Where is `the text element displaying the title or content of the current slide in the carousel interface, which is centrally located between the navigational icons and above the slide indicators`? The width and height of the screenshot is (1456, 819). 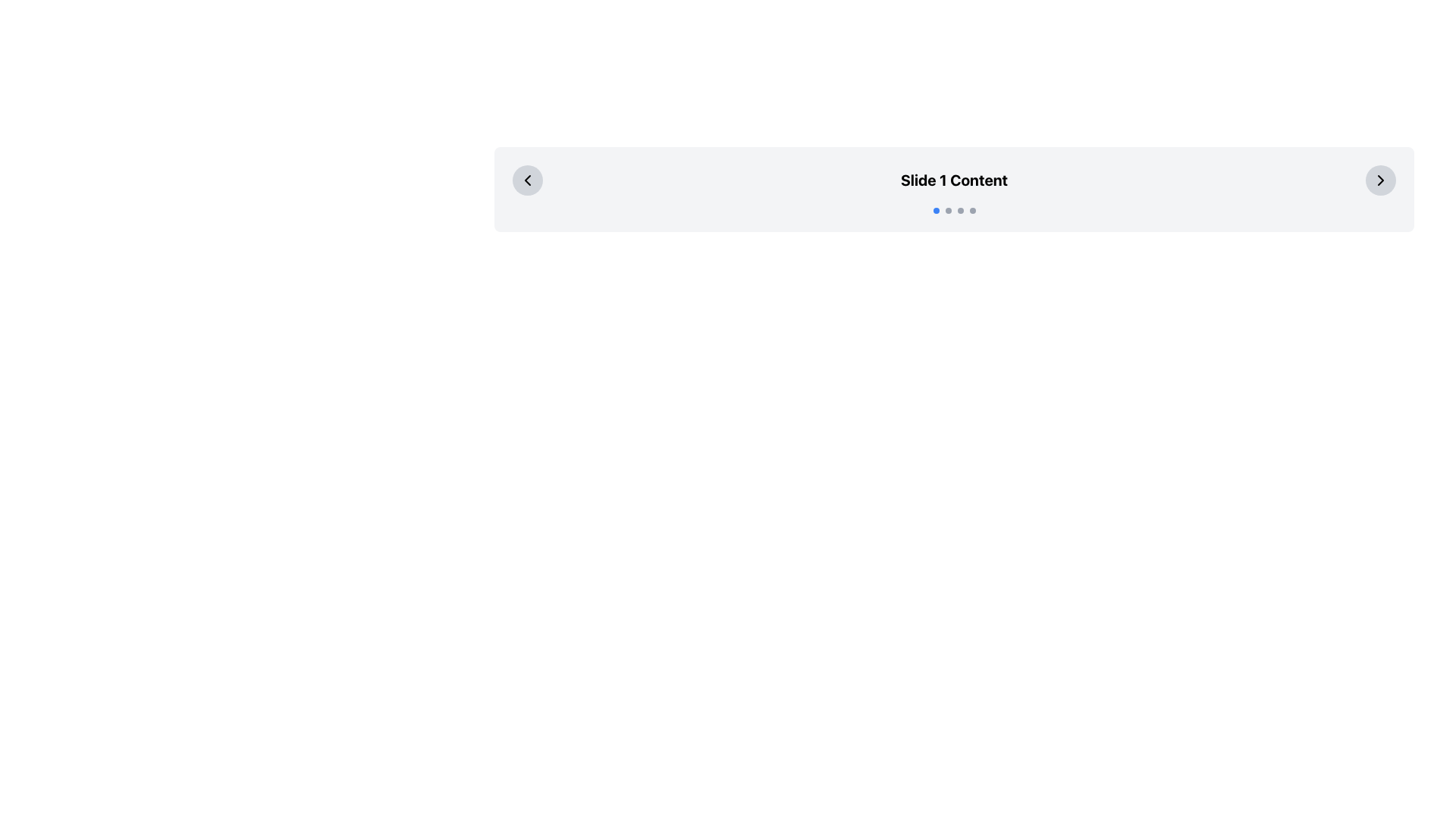 the text element displaying the title or content of the current slide in the carousel interface, which is centrally located between the navigational icons and above the slide indicators is located at coordinates (953, 180).